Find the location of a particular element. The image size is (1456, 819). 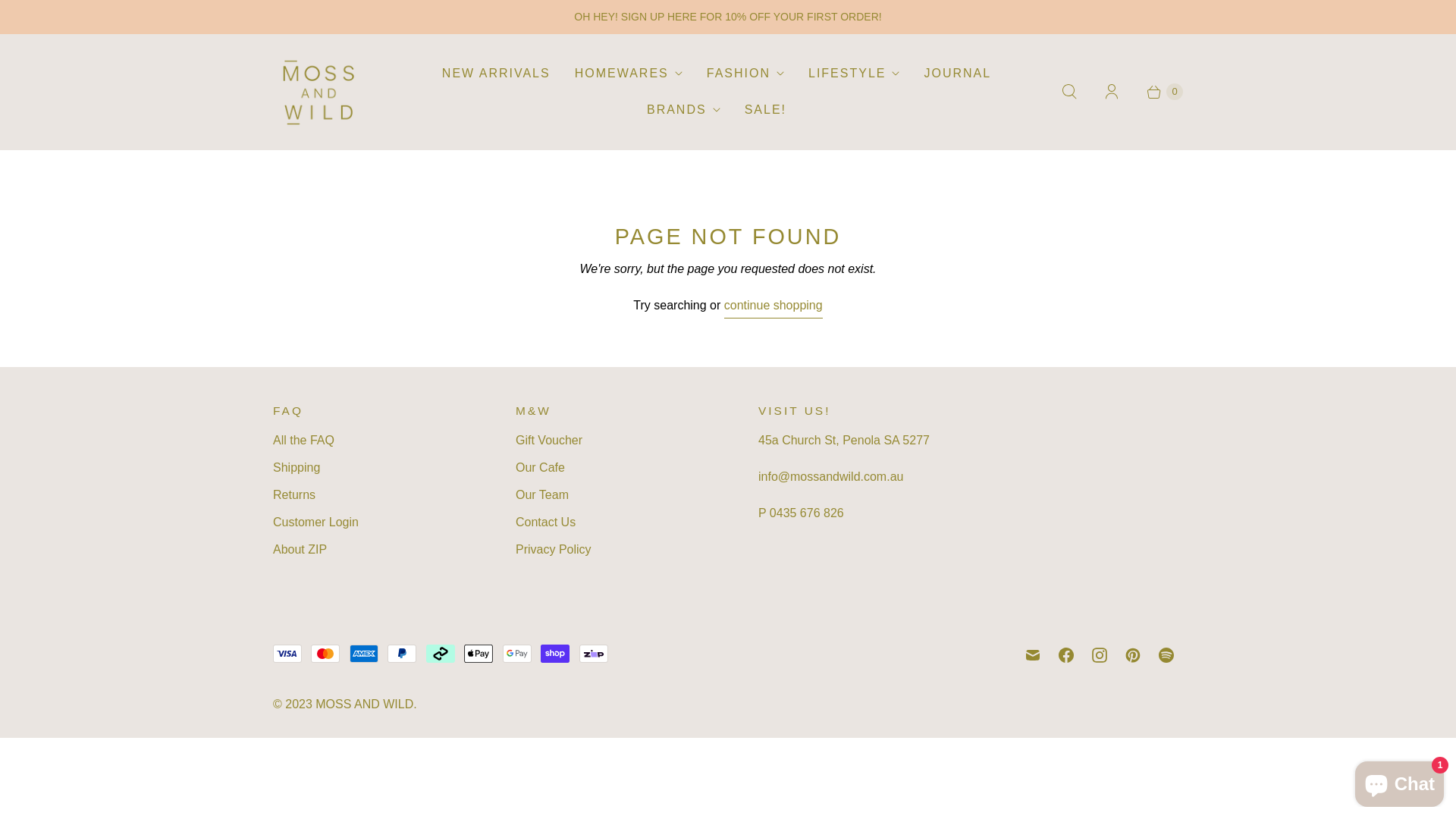

'Shipping' is located at coordinates (296, 466).